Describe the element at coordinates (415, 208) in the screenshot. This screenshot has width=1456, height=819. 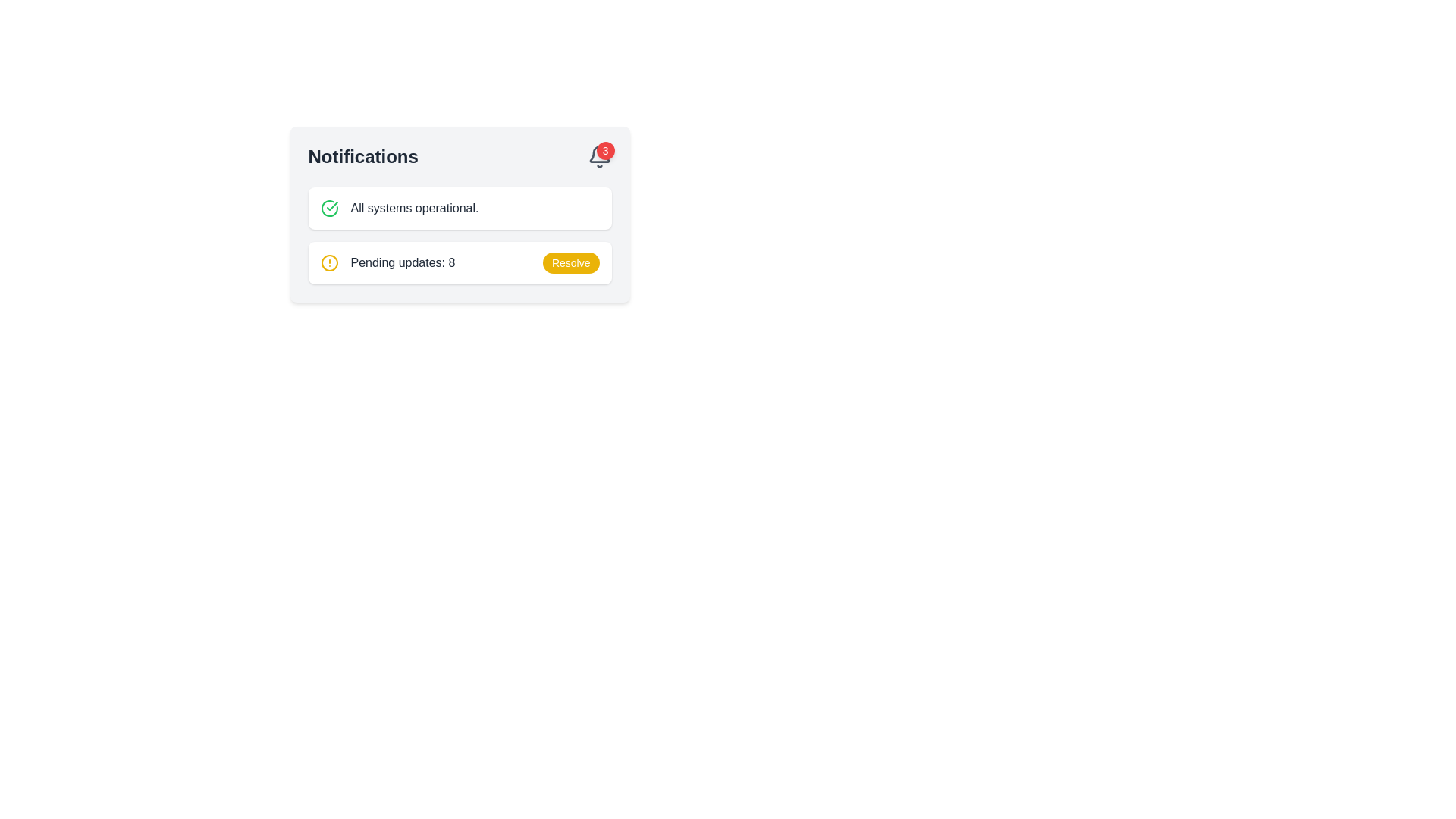
I see `text displayed in the Text Display element that shows 'All systems operational.' within the first notification card at the top of the notification panel` at that location.